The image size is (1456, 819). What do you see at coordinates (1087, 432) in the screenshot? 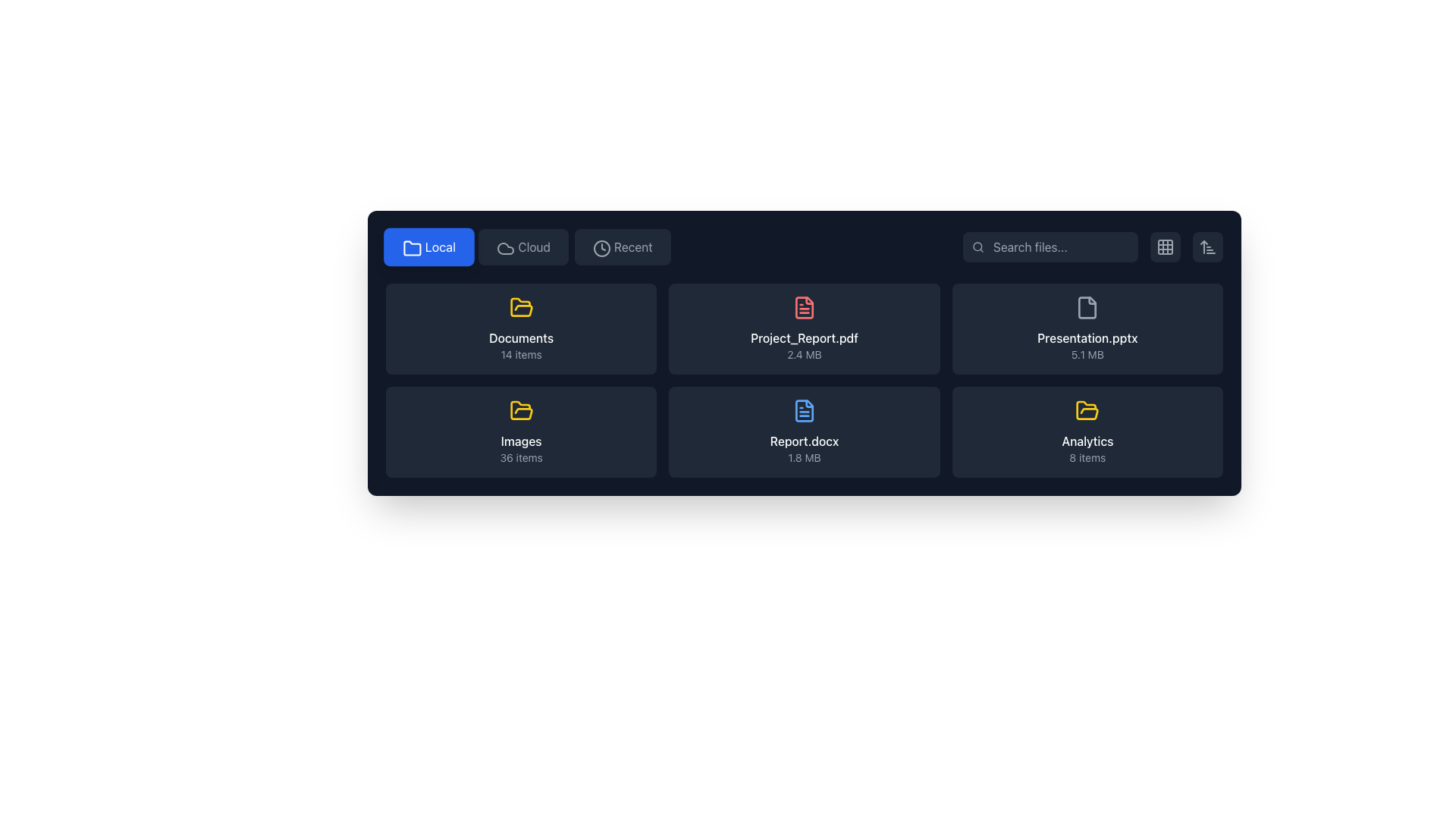
I see `the 'Analytics' card element, which has a dark background, rounded edges, and a yellow folder icon at the top` at bounding box center [1087, 432].